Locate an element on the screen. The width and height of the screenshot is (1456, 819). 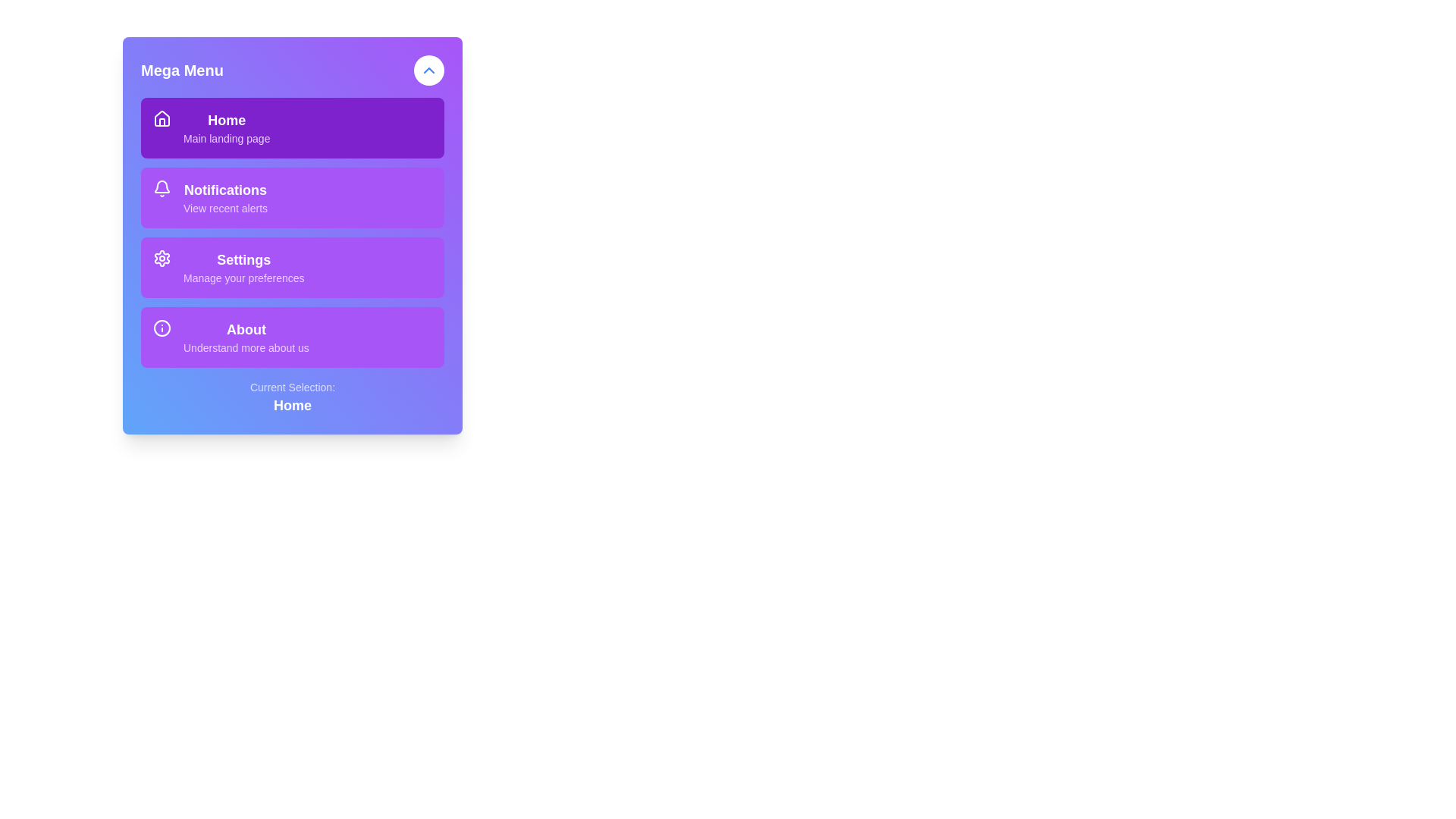
the small graphical house icon element located in the top-left corner of the Mega Menu card, positioned before the text 'Home' is located at coordinates (162, 121).